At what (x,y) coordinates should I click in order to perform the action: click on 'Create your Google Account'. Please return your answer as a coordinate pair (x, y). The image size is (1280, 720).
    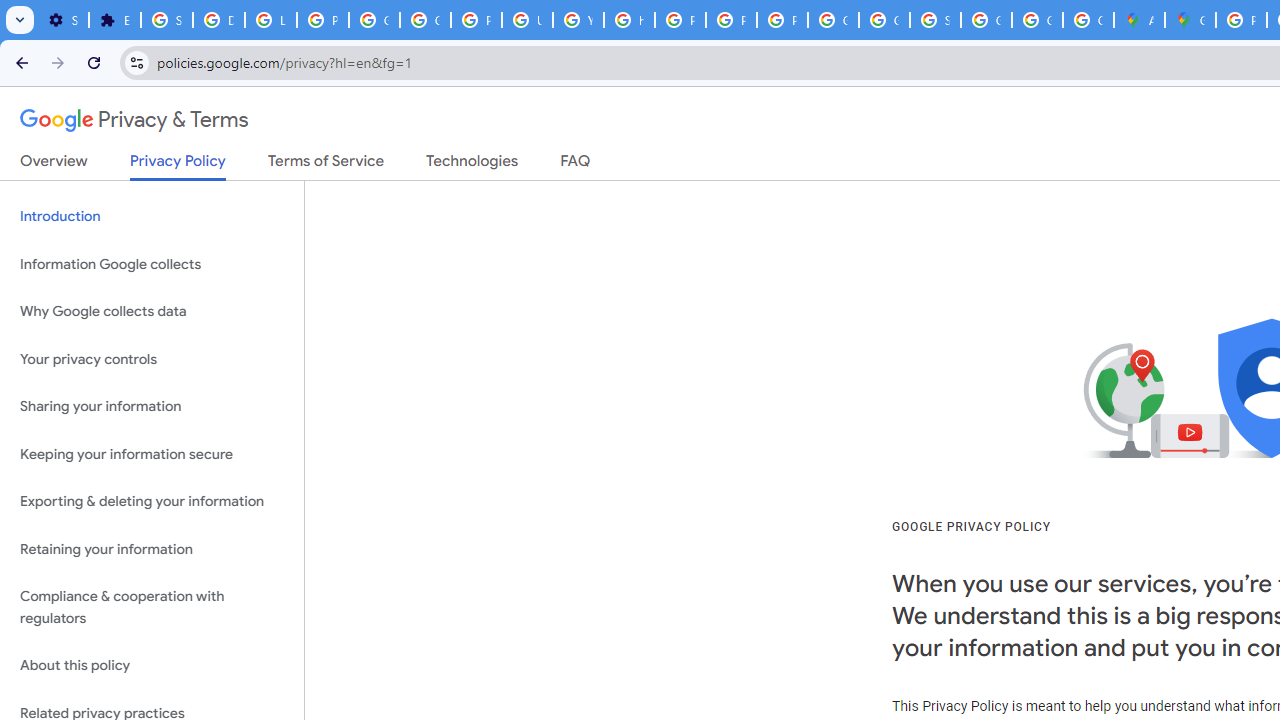
    Looking at the image, I should click on (1087, 20).